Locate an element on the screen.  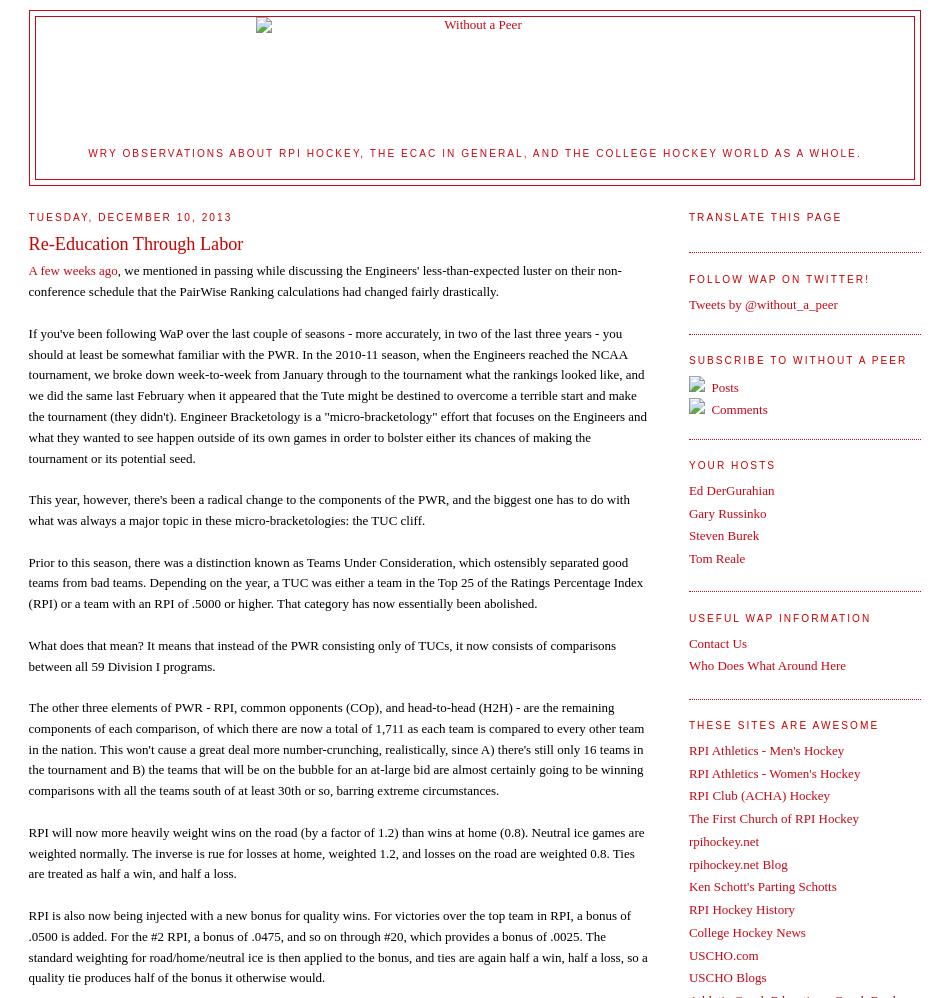
'Steven Burek' is located at coordinates (687, 535).